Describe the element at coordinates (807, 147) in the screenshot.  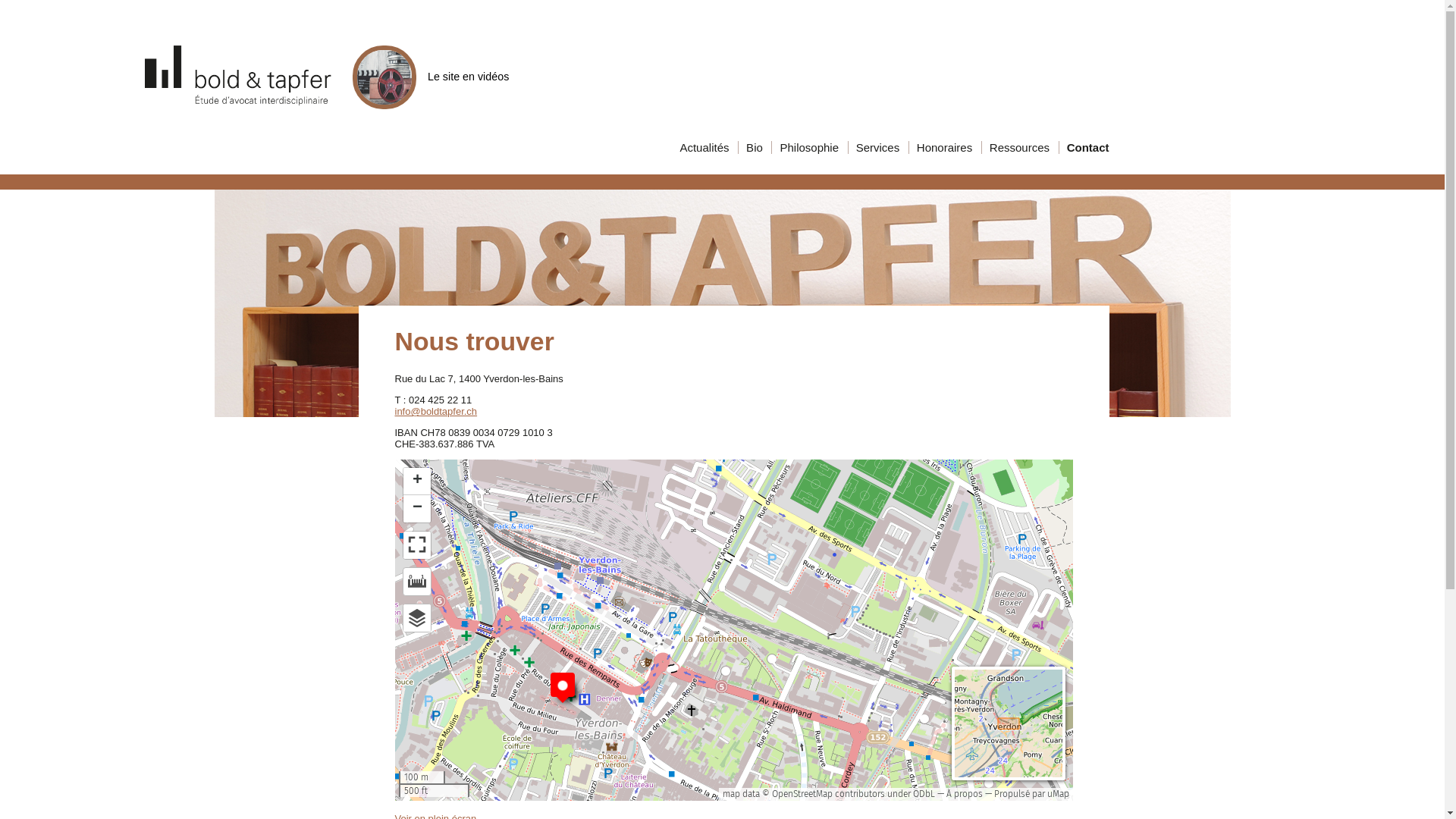
I see `'Philosophie'` at that location.